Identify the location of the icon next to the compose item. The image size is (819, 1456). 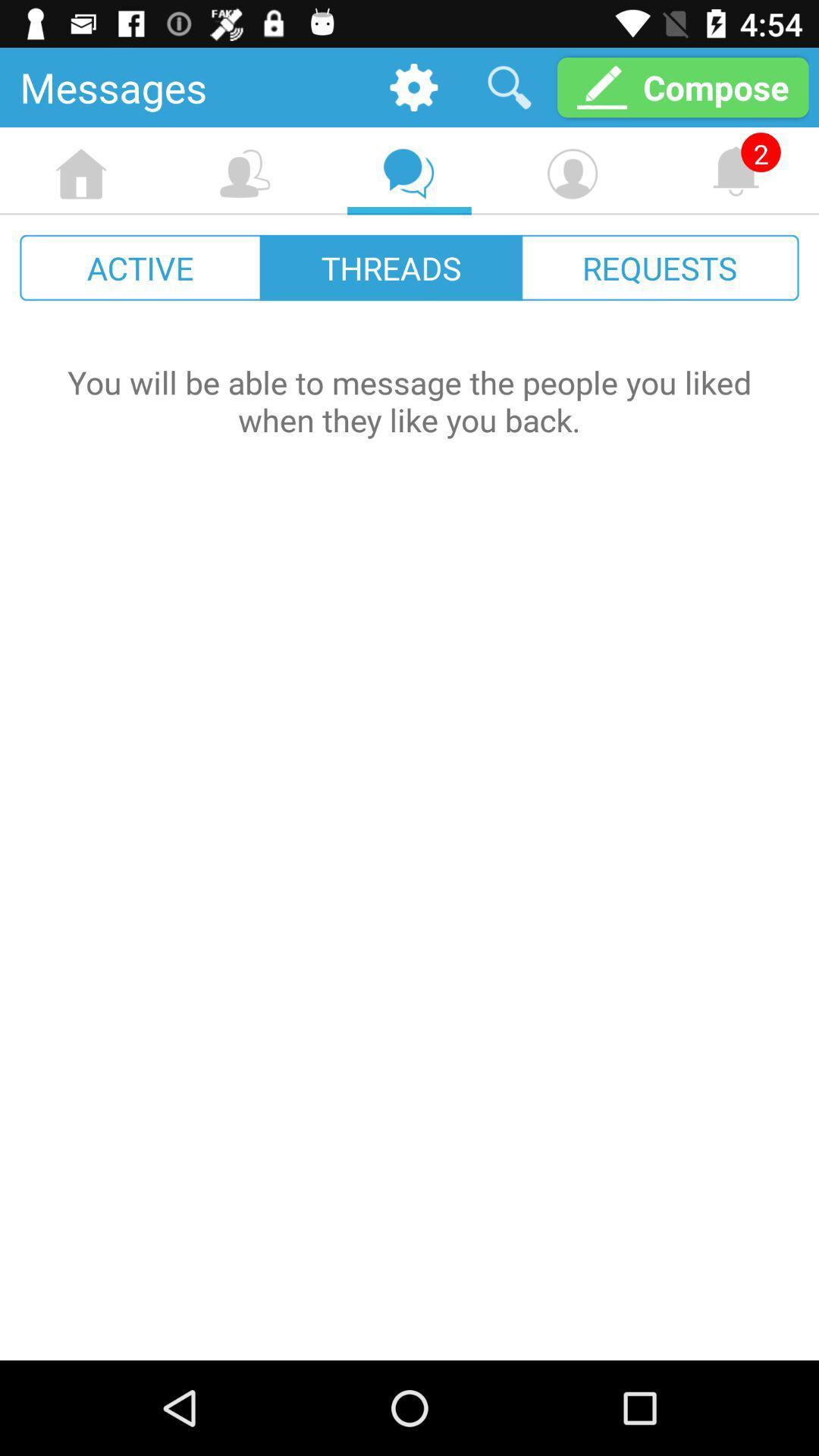
(509, 86).